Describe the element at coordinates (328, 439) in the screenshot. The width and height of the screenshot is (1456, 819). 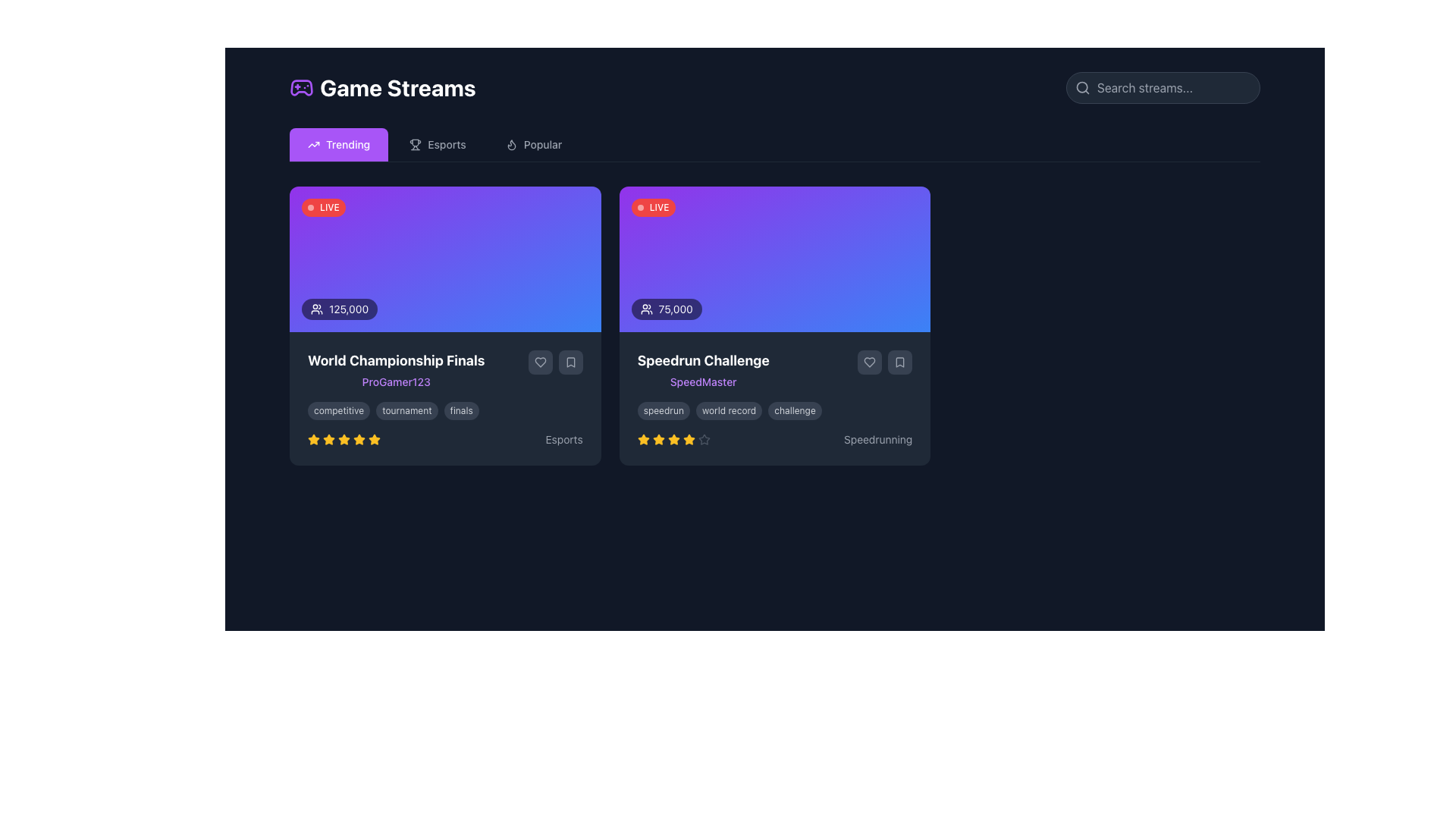
I see `the first star icon in the rating display for the card titled 'World Championship Finals' by 'ProGamer123'` at that location.